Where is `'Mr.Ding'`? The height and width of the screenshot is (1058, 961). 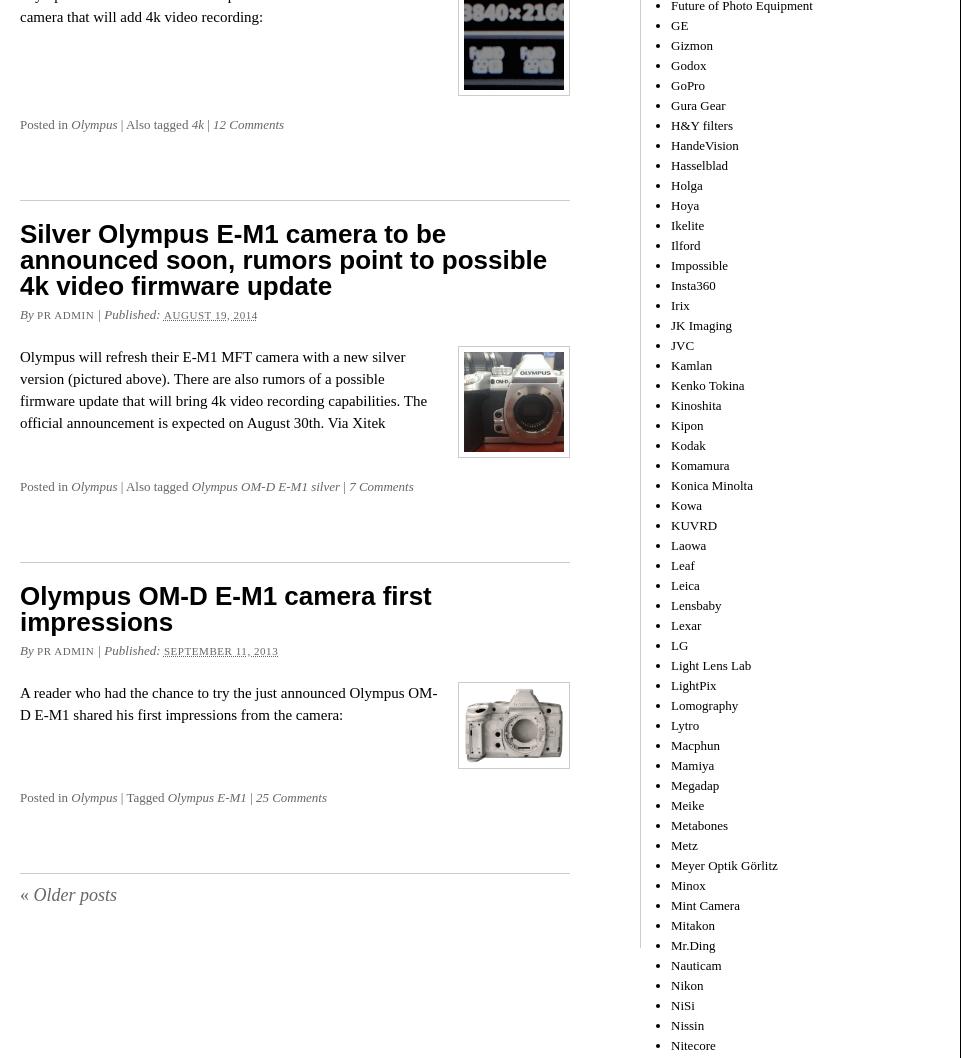
'Mr.Ding' is located at coordinates (691, 944).